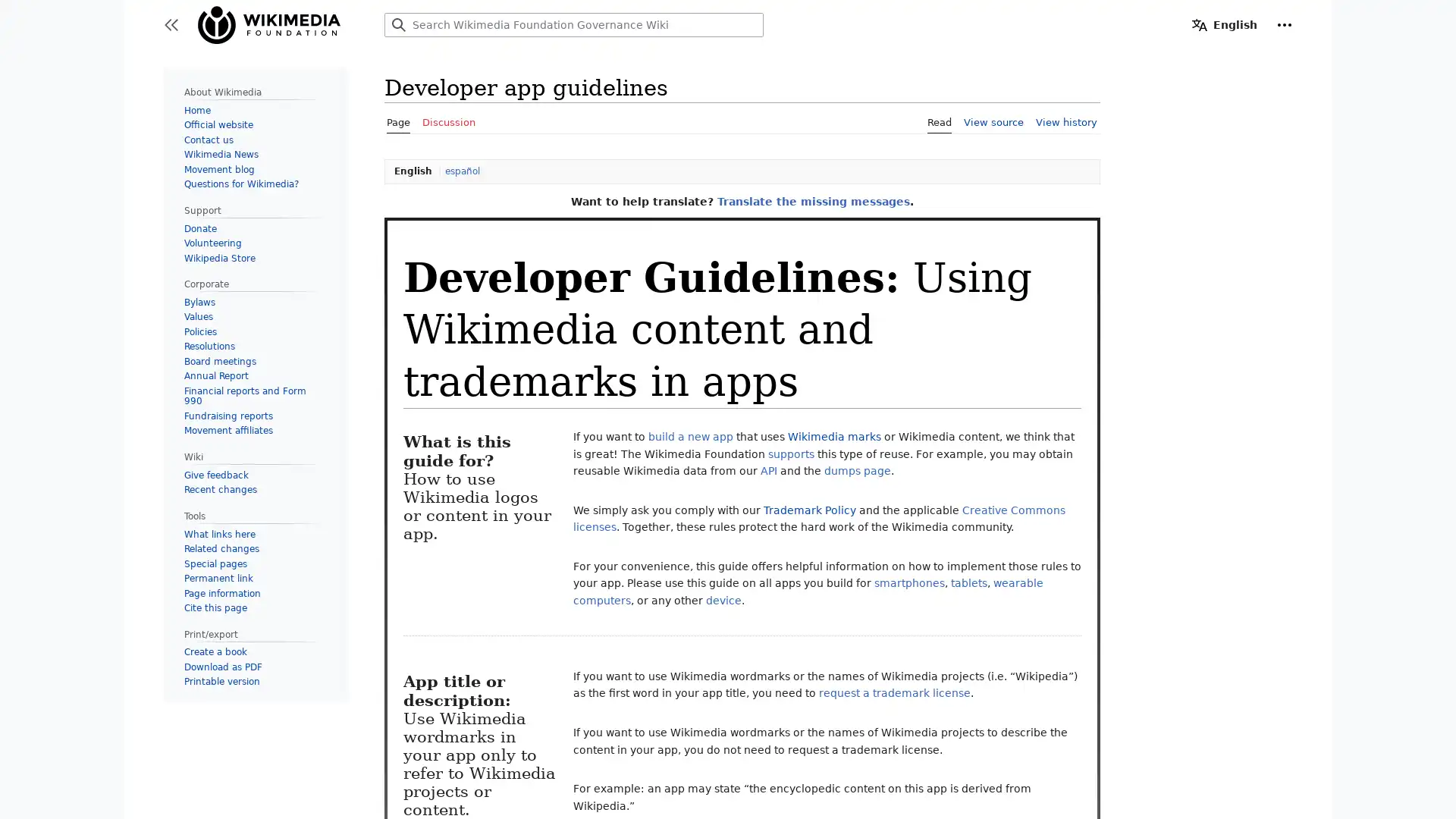 The height and width of the screenshot is (819, 1456). What do you see at coordinates (399, 25) in the screenshot?
I see `Go` at bounding box center [399, 25].